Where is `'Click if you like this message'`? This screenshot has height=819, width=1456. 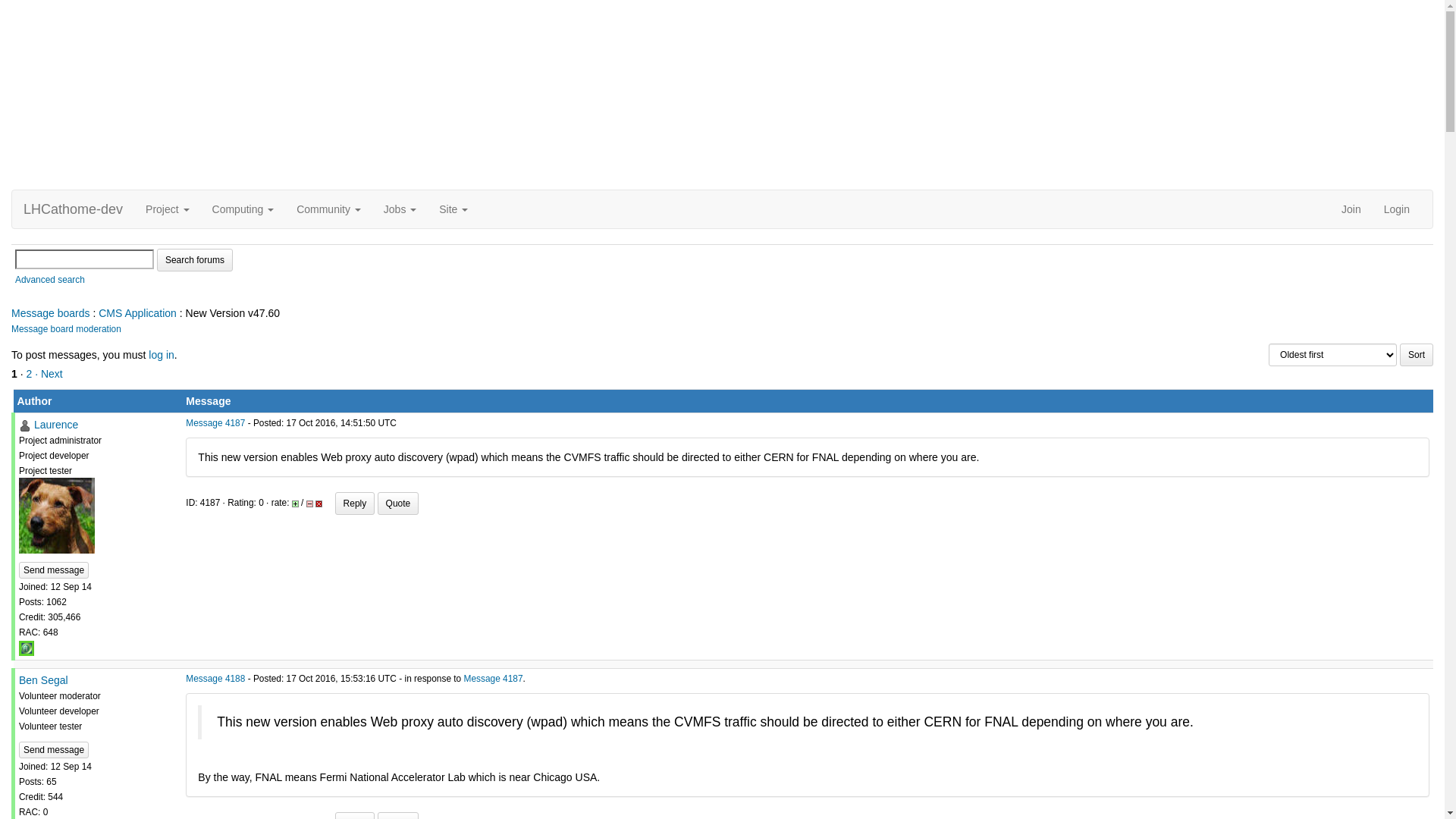
'Click if you like this message' is located at coordinates (295, 504).